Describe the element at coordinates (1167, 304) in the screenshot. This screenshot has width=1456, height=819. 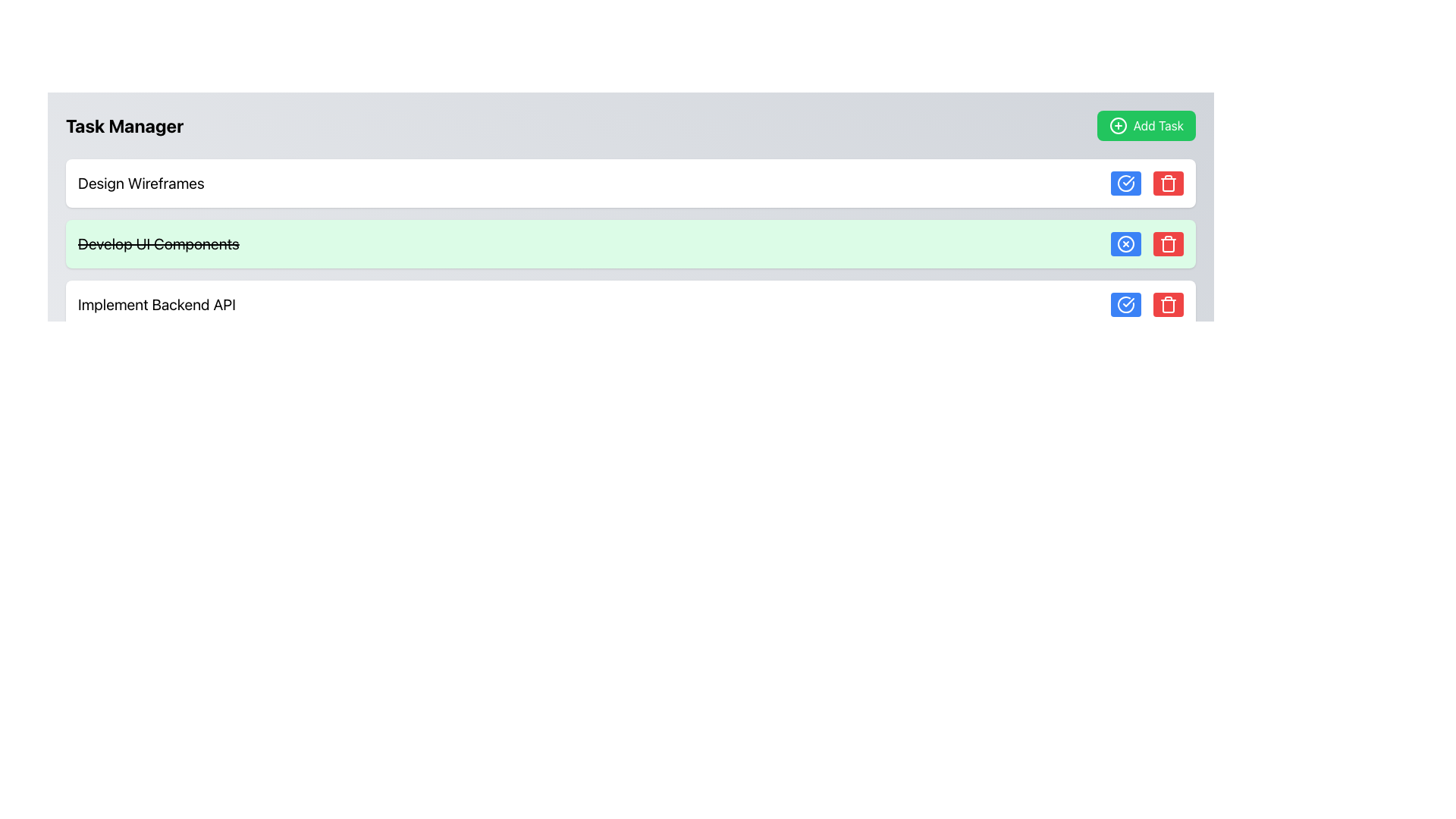
I see `the red button with a trash bin icon` at that location.